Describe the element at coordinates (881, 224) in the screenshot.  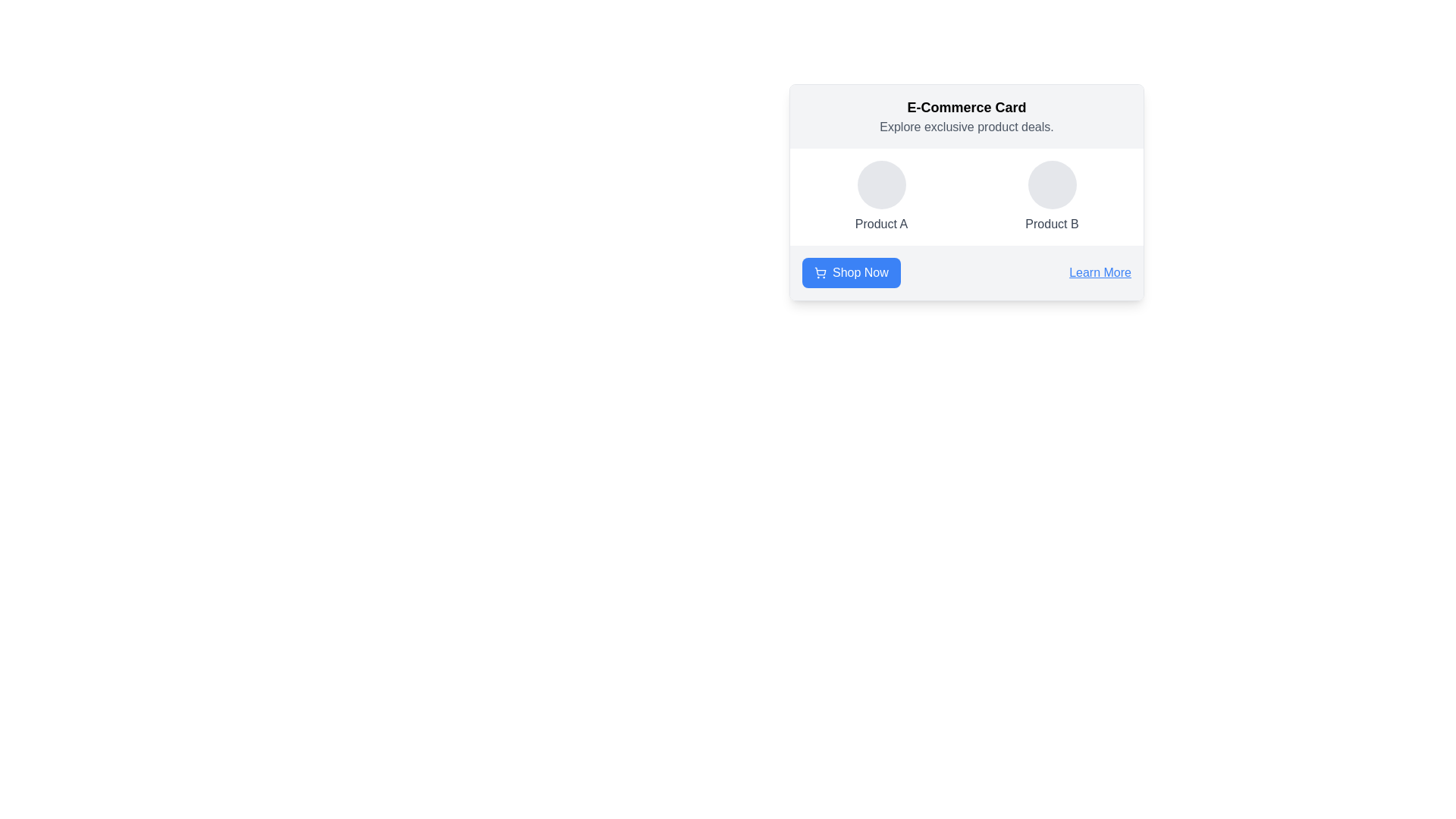
I see `the 'Product A' text label, which is styled in muted gray and located below a circular image in a card layout` at that location.